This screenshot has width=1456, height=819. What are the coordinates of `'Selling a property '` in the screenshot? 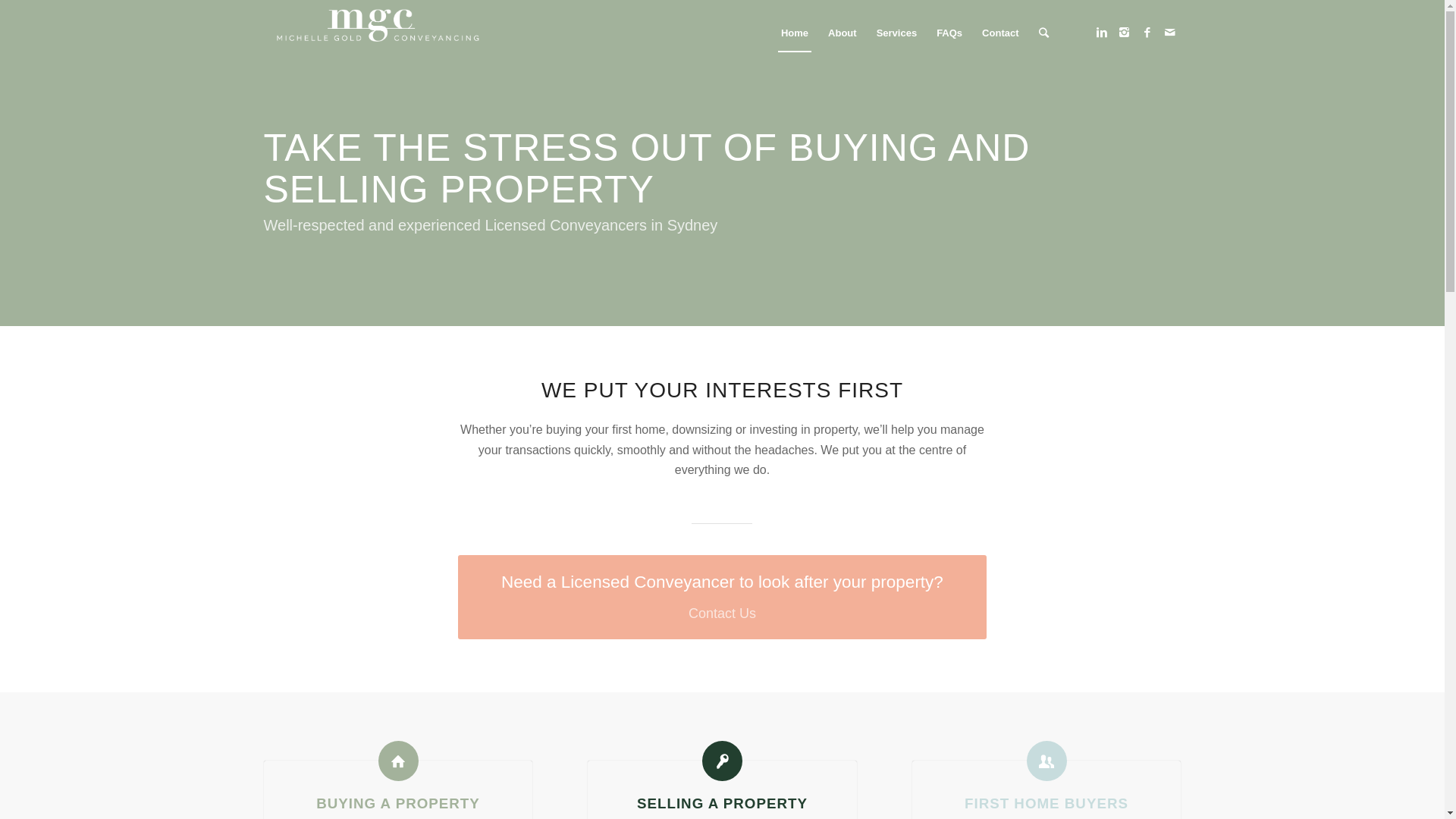 It's located at (701, 761).